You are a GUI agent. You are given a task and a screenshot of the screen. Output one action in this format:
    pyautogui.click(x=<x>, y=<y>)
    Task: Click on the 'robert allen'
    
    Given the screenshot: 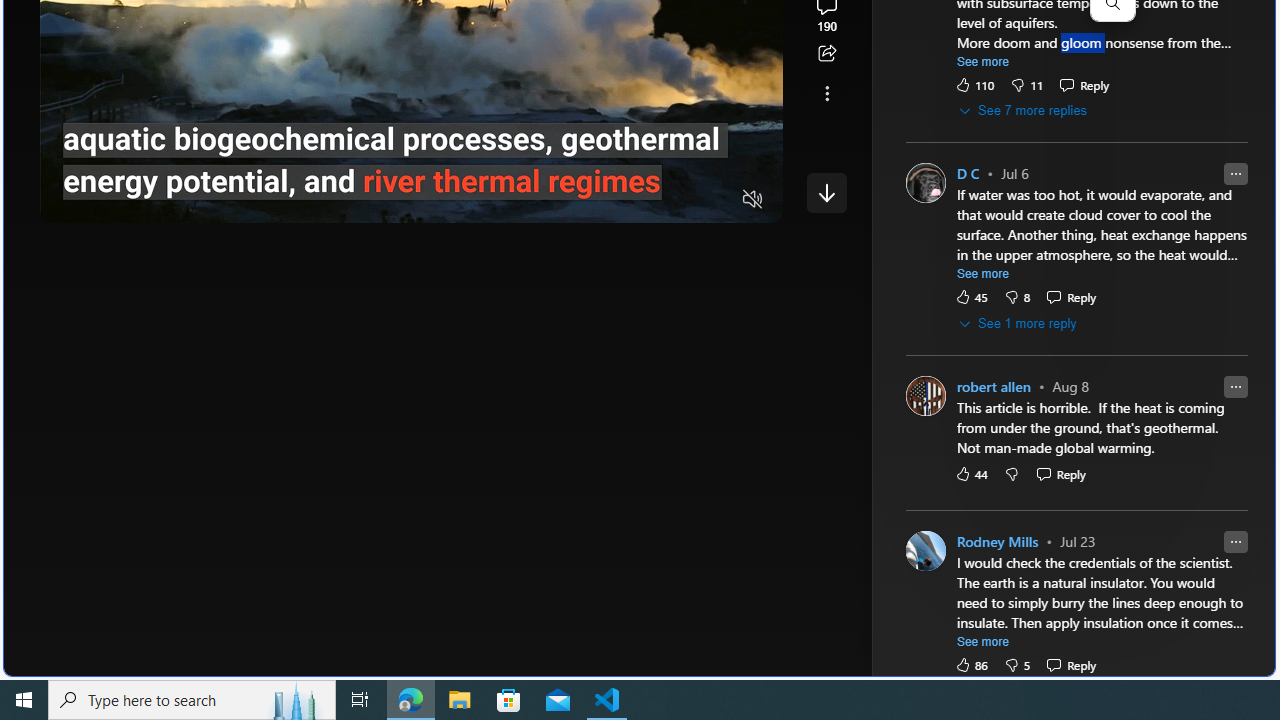 What is the action you would take?
    pyautogui.click(x=993, y=386)
    